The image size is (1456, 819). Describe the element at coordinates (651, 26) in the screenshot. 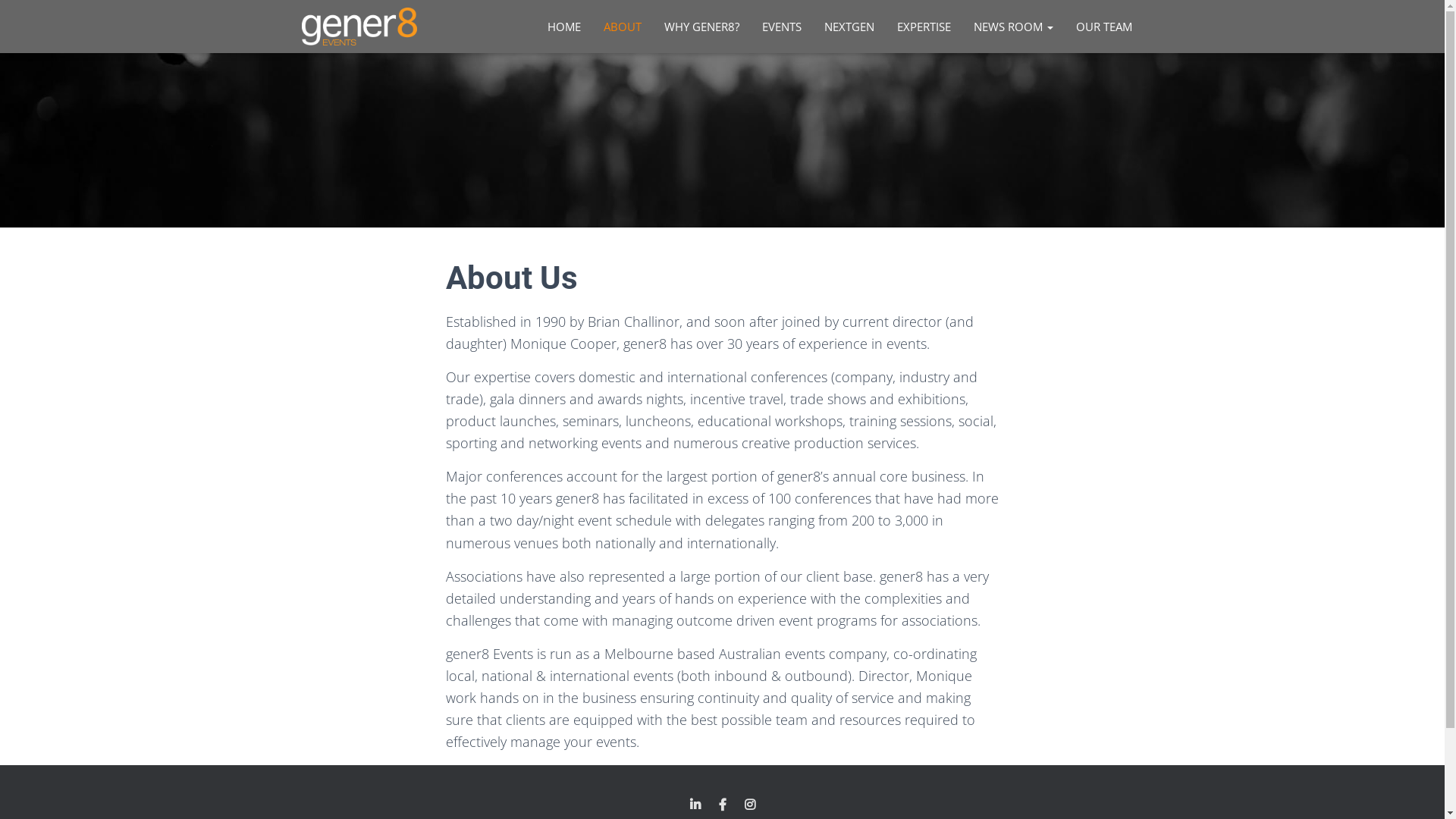

I see `'WHY GENER8?'` at that location.